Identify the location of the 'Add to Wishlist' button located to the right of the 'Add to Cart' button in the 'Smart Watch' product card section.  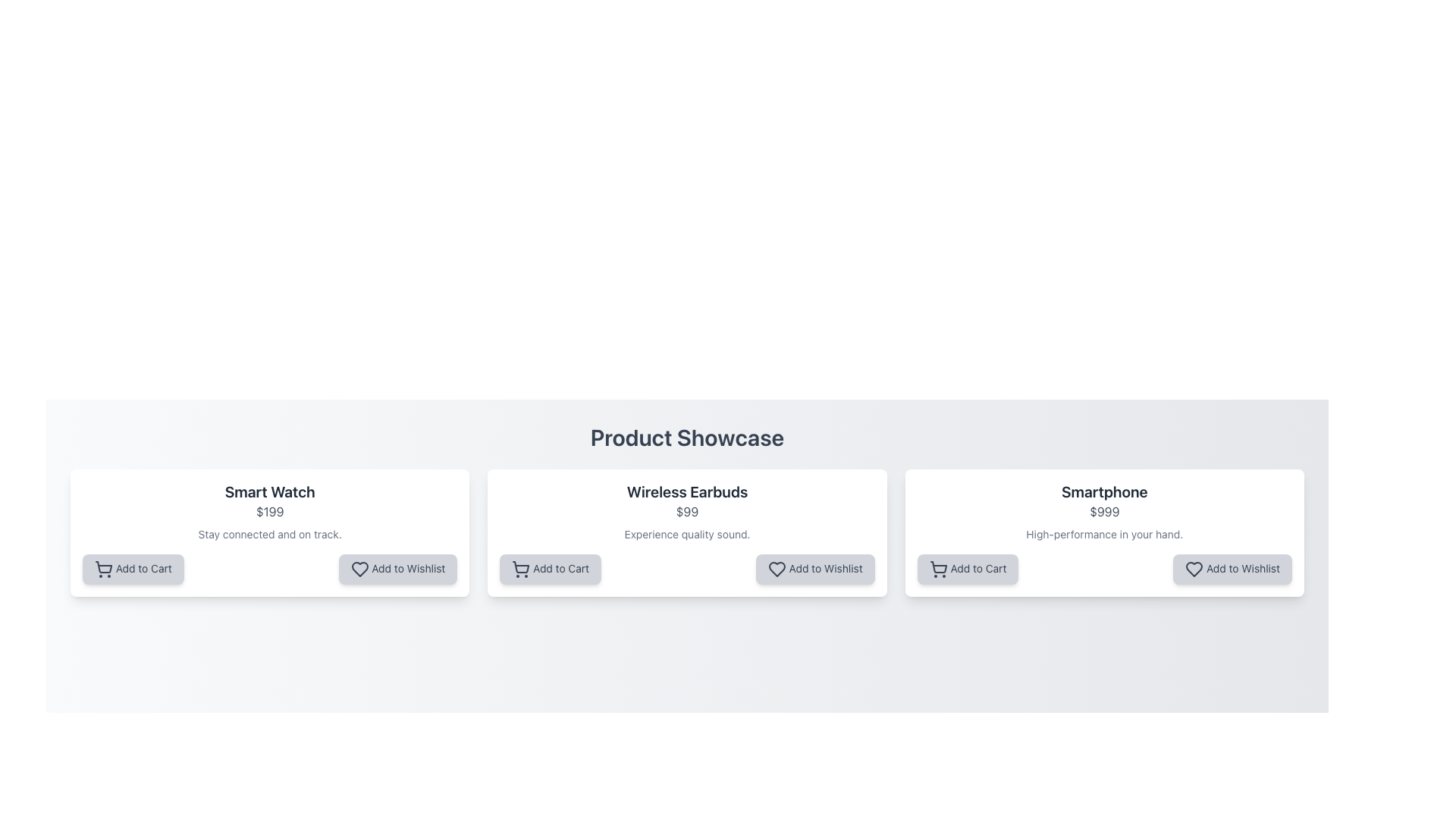
(397, 570).